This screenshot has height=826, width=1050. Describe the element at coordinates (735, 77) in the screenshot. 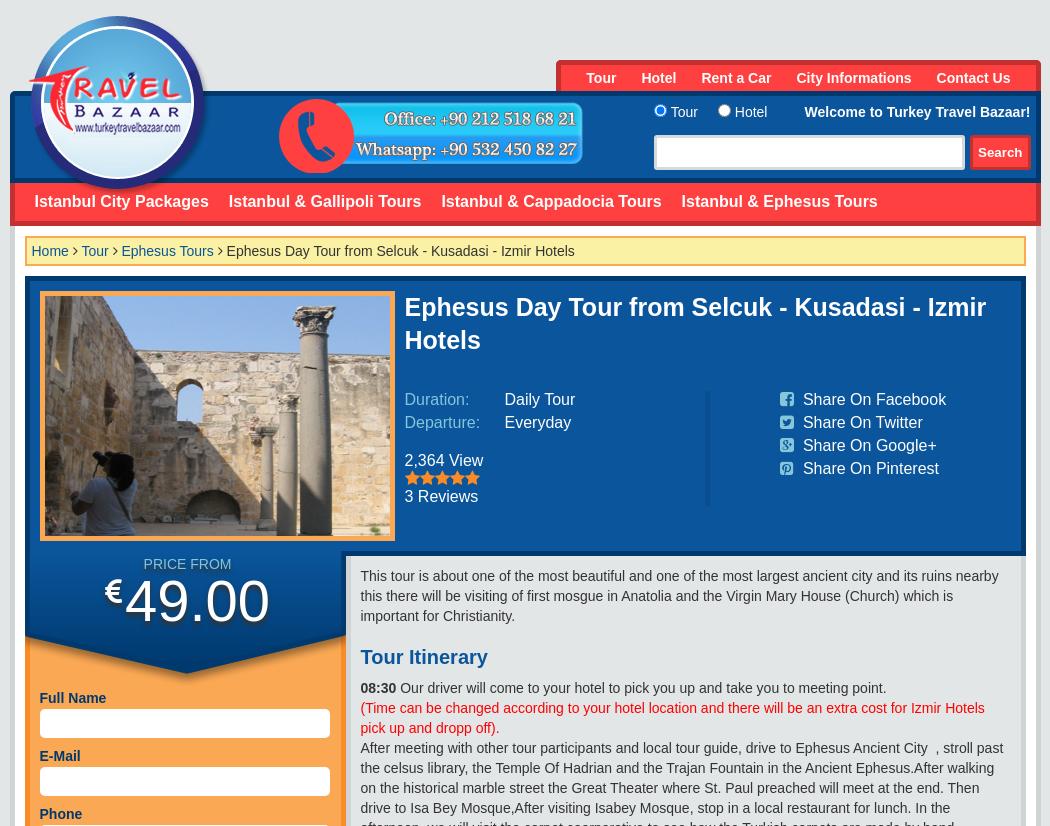

I see `'Rent a Car'` at that location.